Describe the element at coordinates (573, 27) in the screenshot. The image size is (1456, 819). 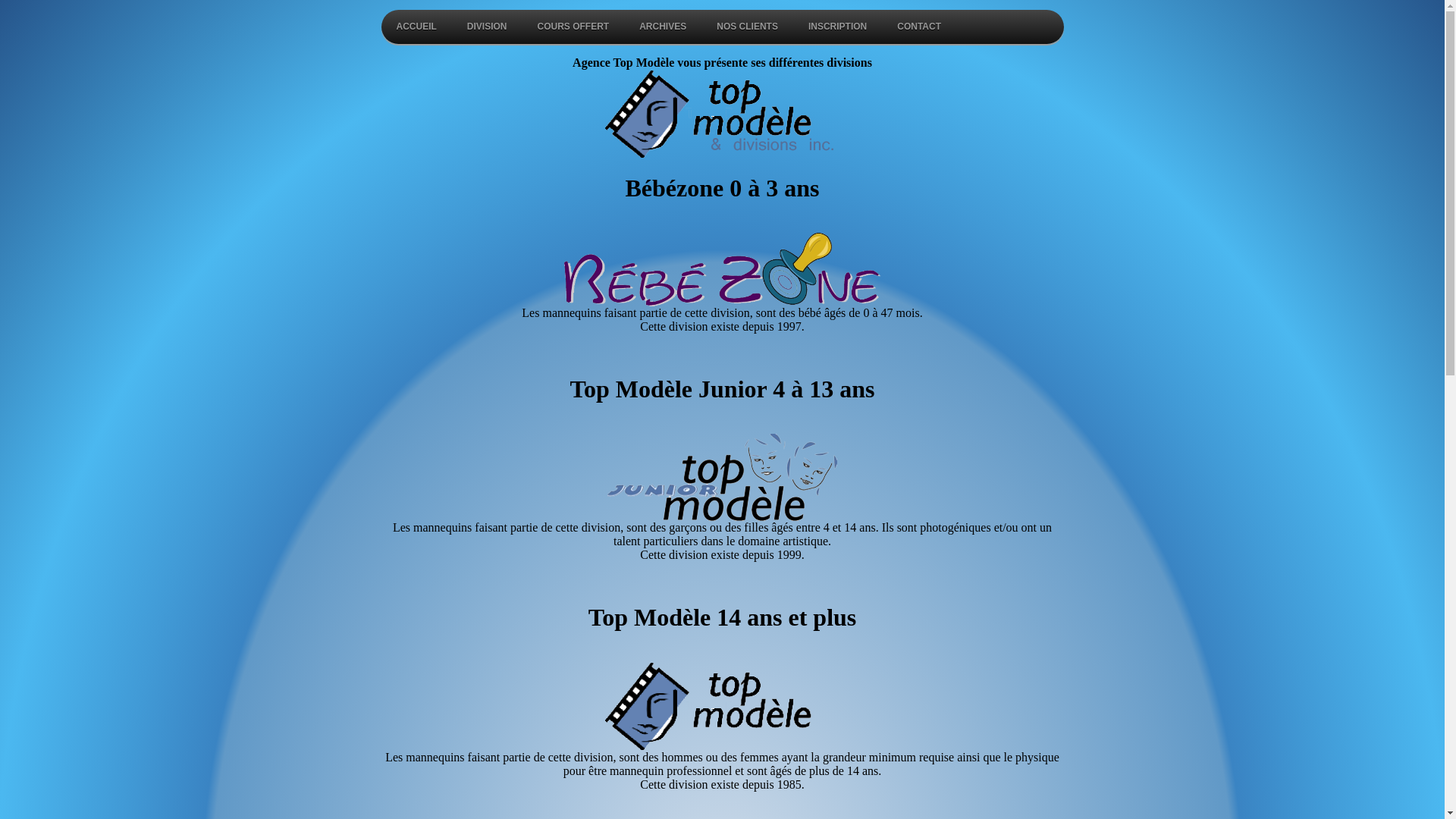
I see `'COURS OFFERT'` at that location.